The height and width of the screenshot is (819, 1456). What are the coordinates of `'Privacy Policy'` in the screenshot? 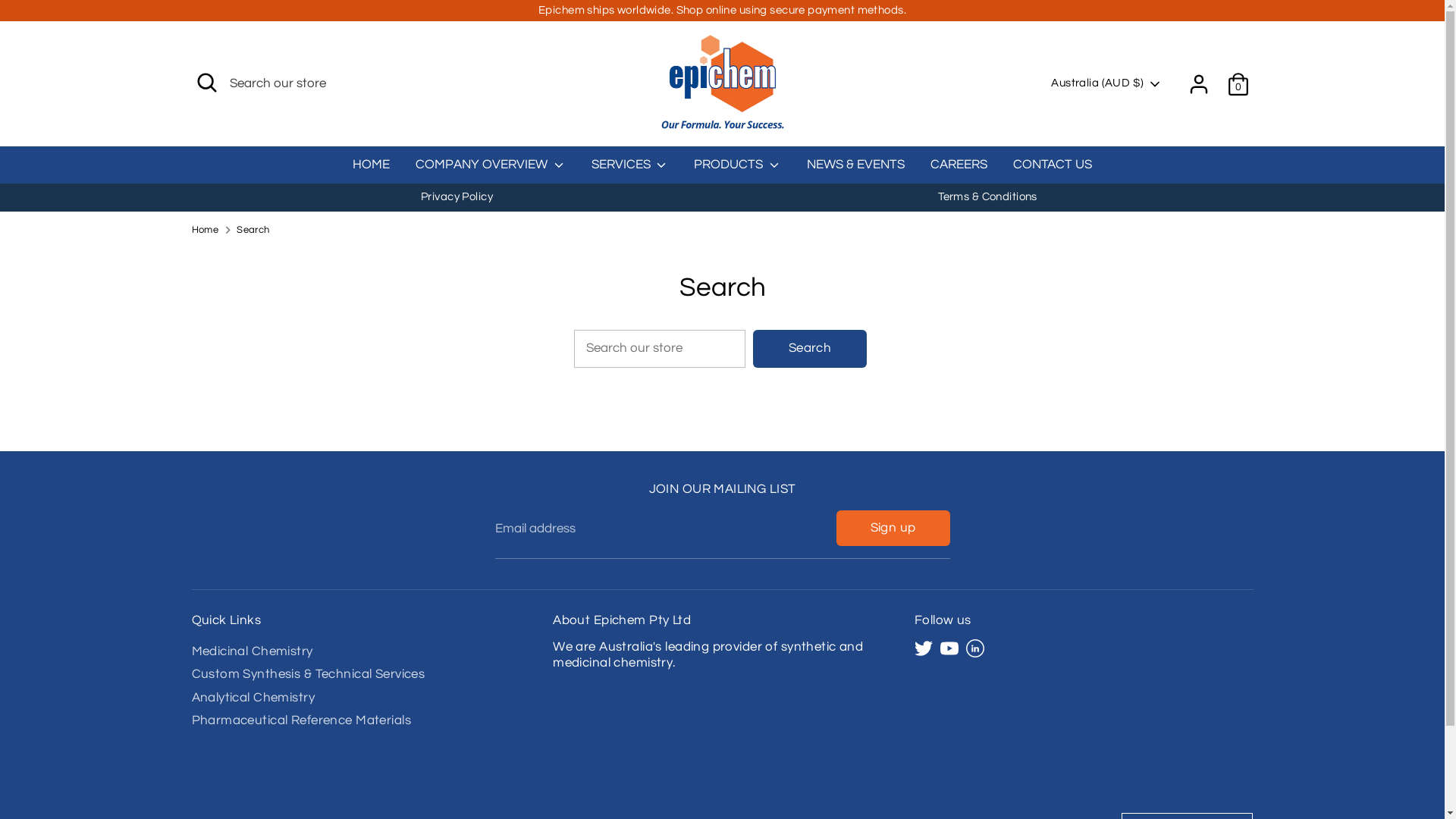 It's located at (456, 196).